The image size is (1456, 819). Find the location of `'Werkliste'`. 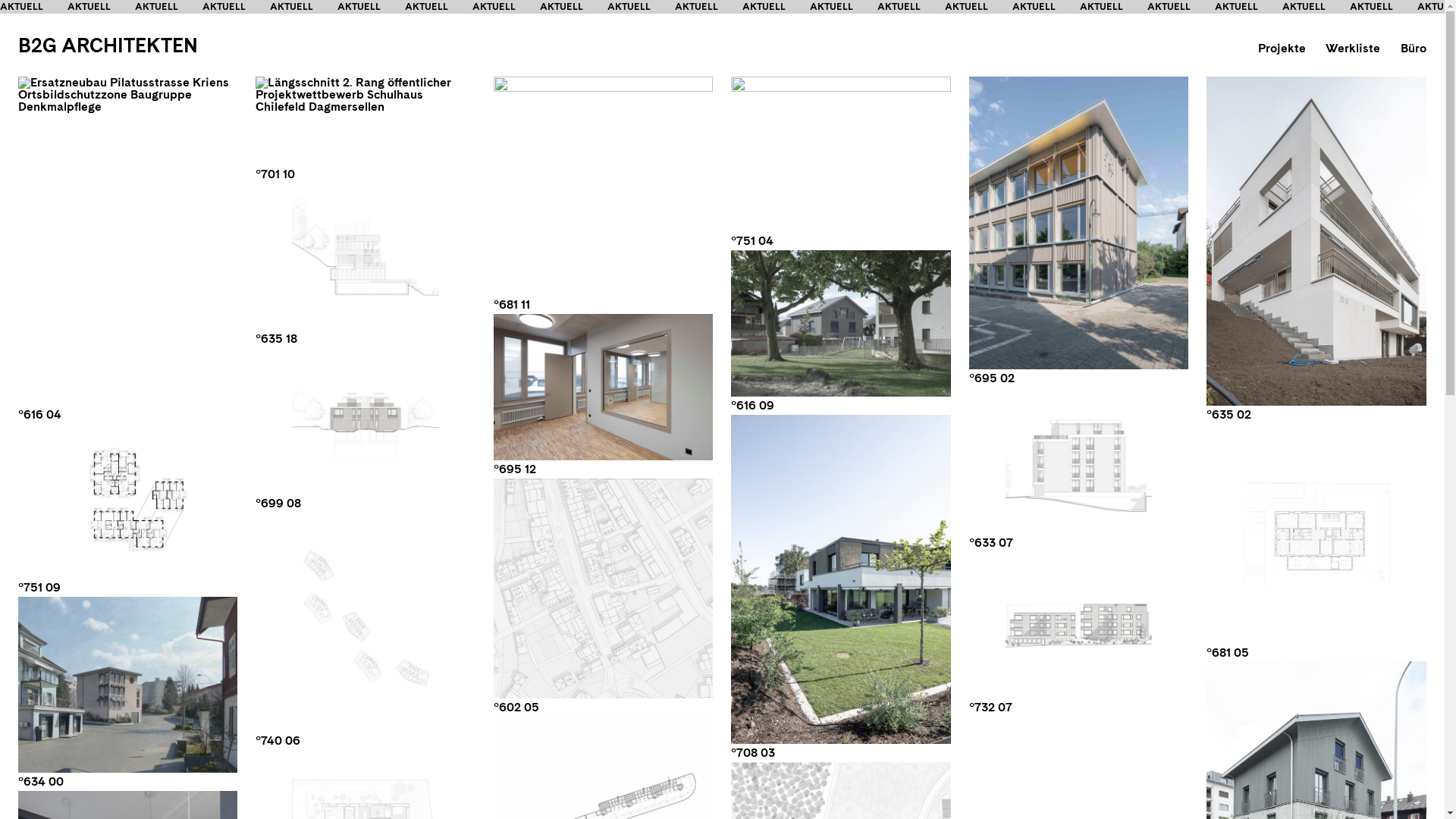

'Werkliste' is located at coordinates (1353, 47).